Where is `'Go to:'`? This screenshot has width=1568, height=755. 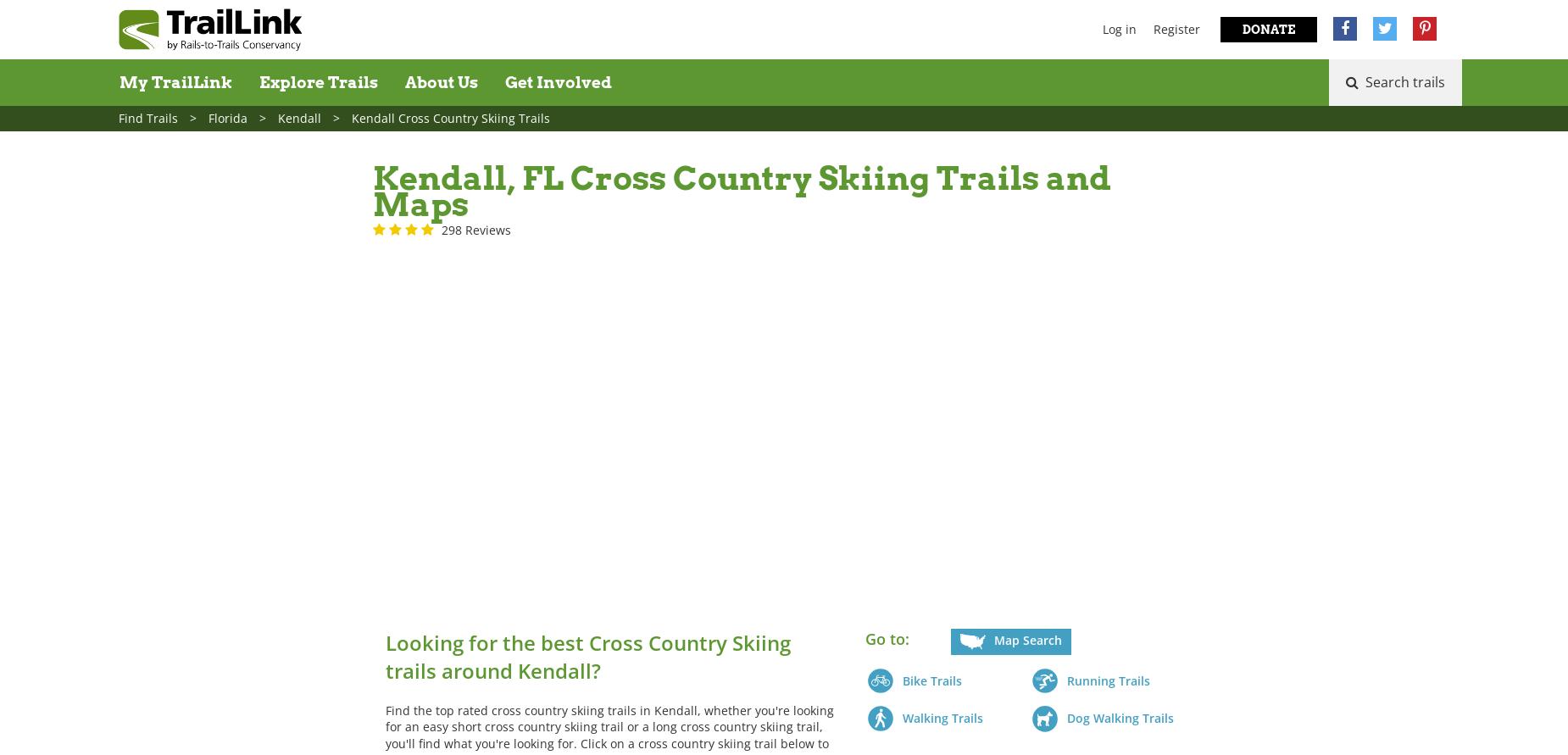 'Go to:' is located at coordinates (885, 637).